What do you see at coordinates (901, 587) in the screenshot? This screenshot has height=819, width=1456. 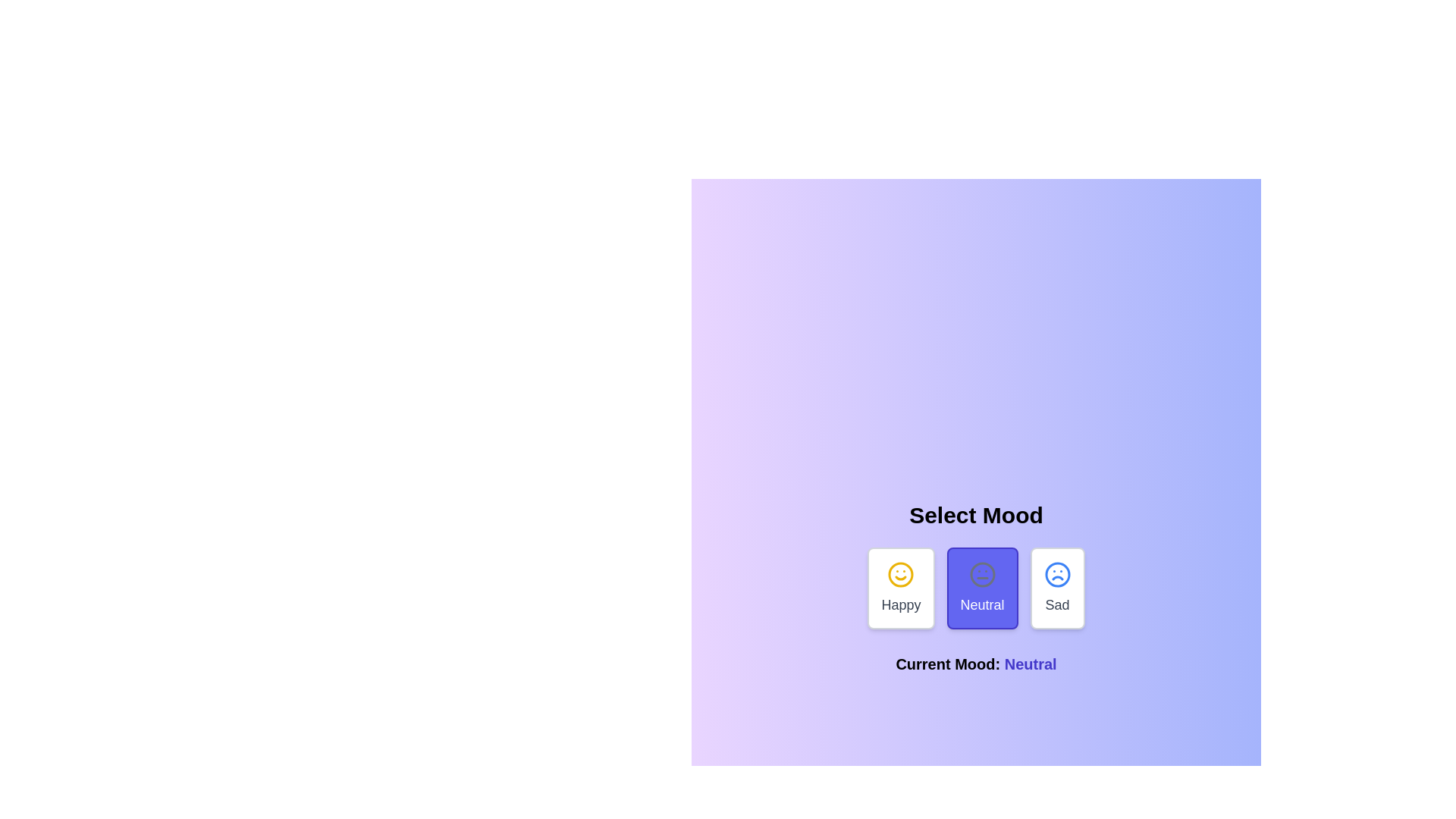 I see `the mood option Happy to see its hover effect` at bounding box center [901, 587].